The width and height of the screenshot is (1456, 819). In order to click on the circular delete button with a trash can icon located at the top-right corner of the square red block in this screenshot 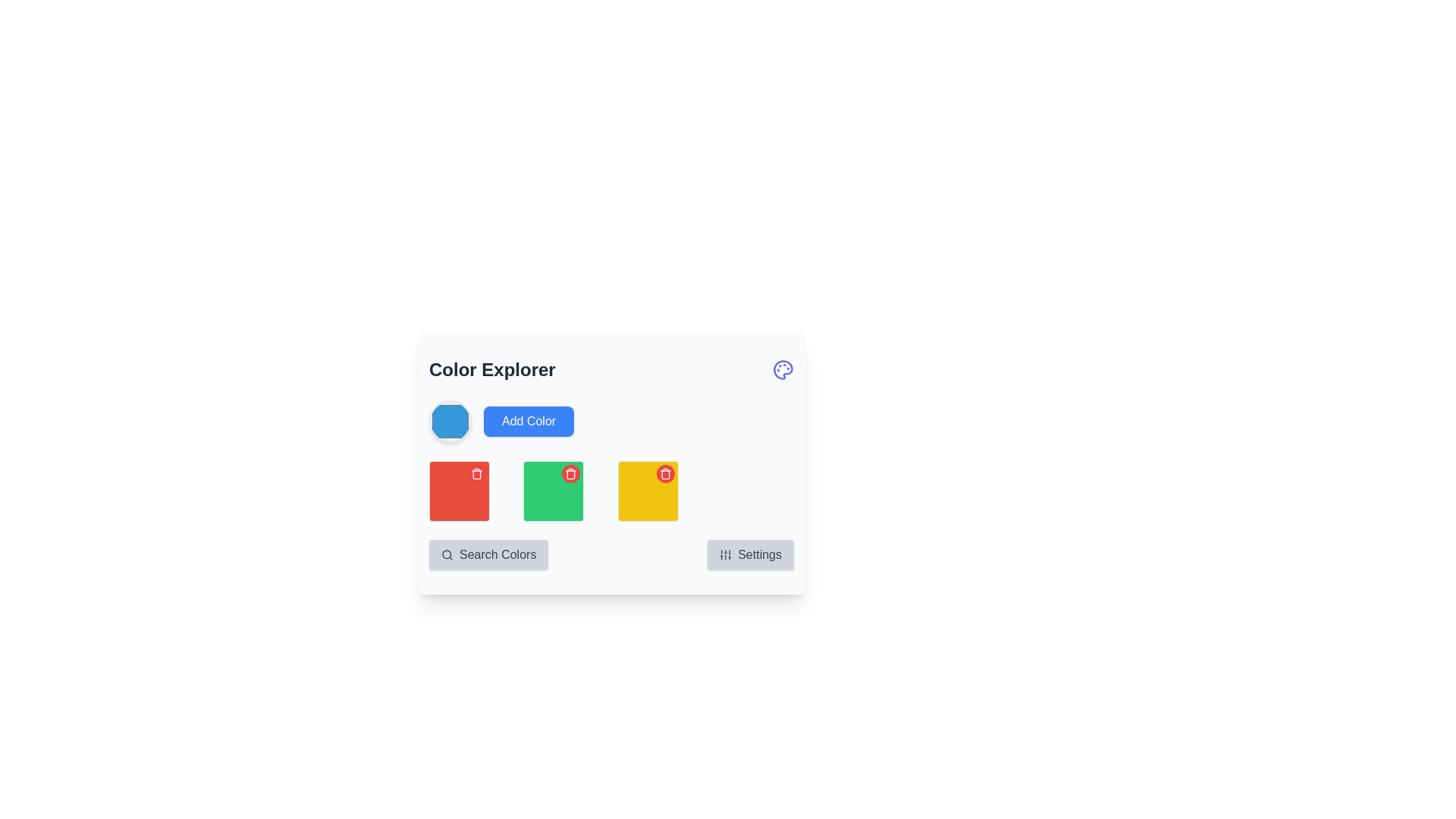, I will do `click(475, 472)`.